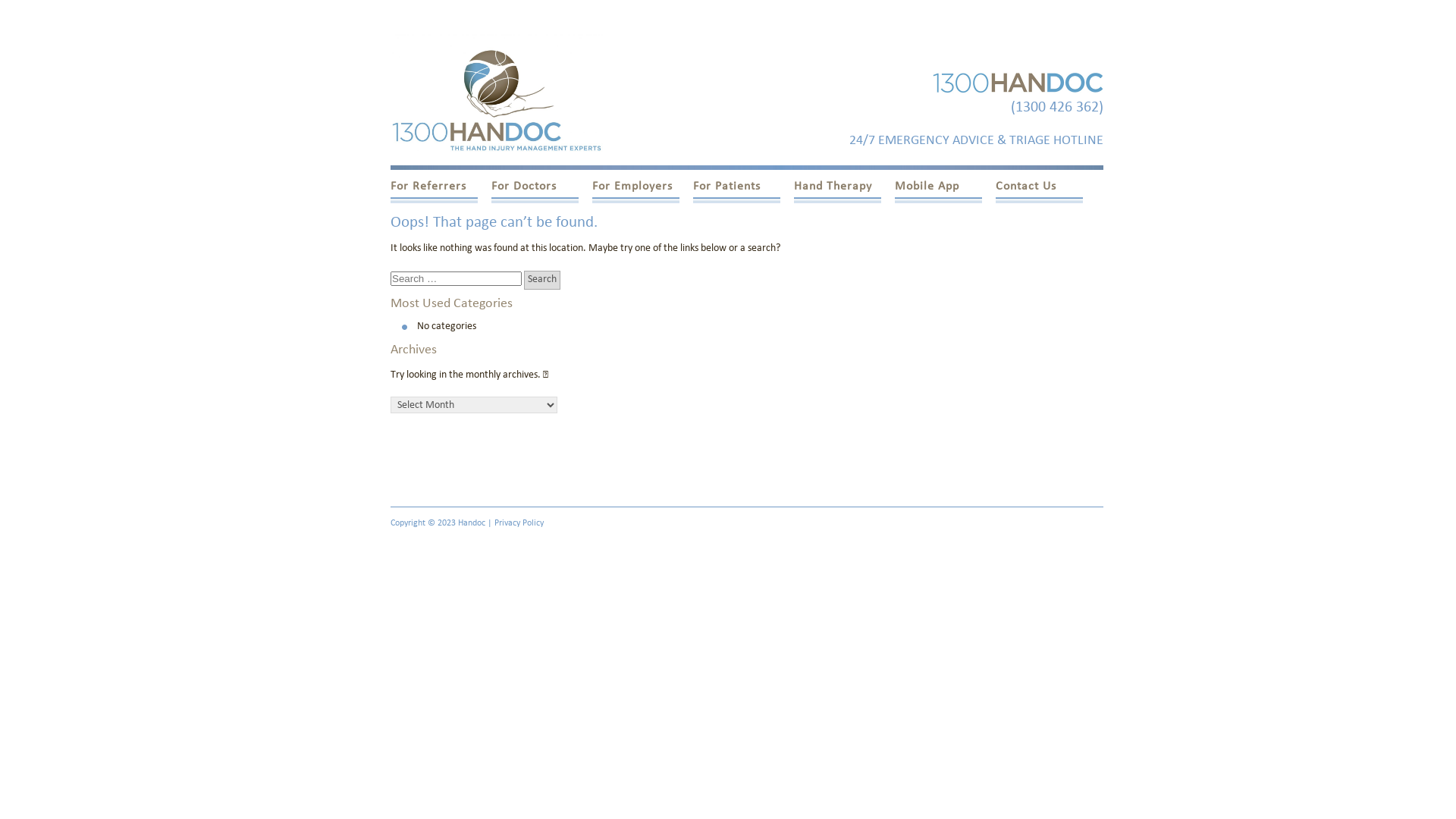 The width and height of the screenshot is (1456, 819). What do you see at coordinates (433, 191) in the screenshot?
I see `'For Referrers'` at bounding box center [433, 191].